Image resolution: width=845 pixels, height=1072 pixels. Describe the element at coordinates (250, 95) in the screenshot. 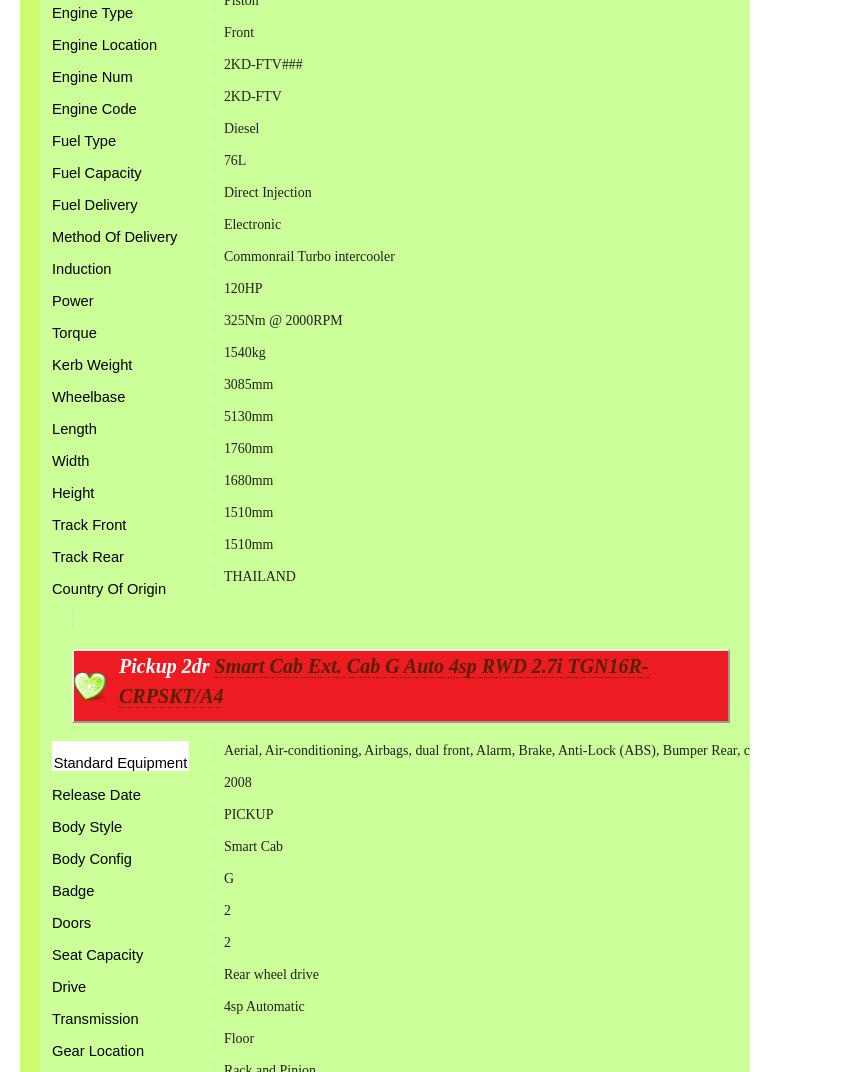

I see `'2KD-FTV'` at that location.